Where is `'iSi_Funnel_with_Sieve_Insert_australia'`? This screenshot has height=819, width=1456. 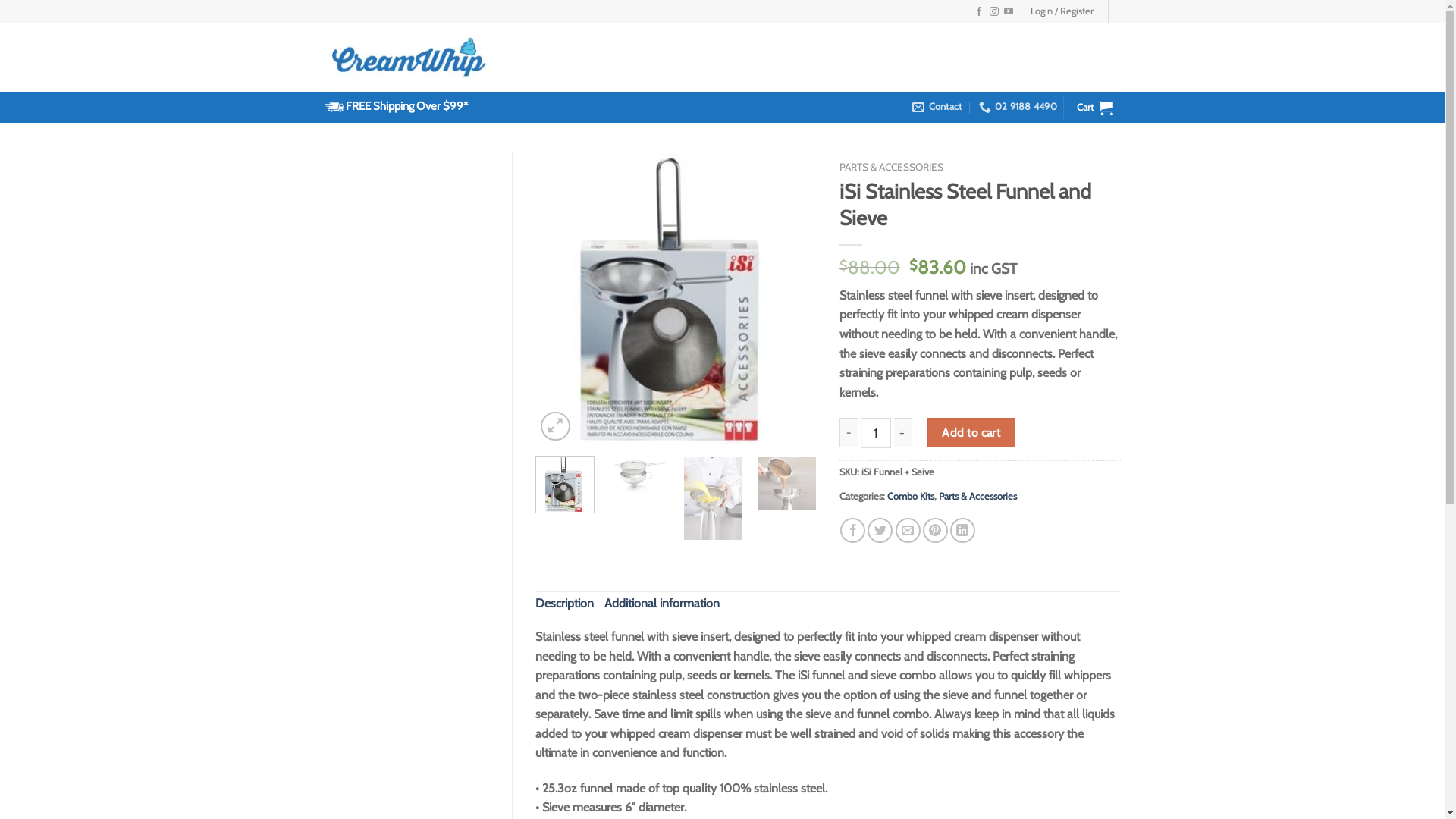
'iSi_Funnel_with_Sieve_Insert_australia' is located at coordinates (675, 298).